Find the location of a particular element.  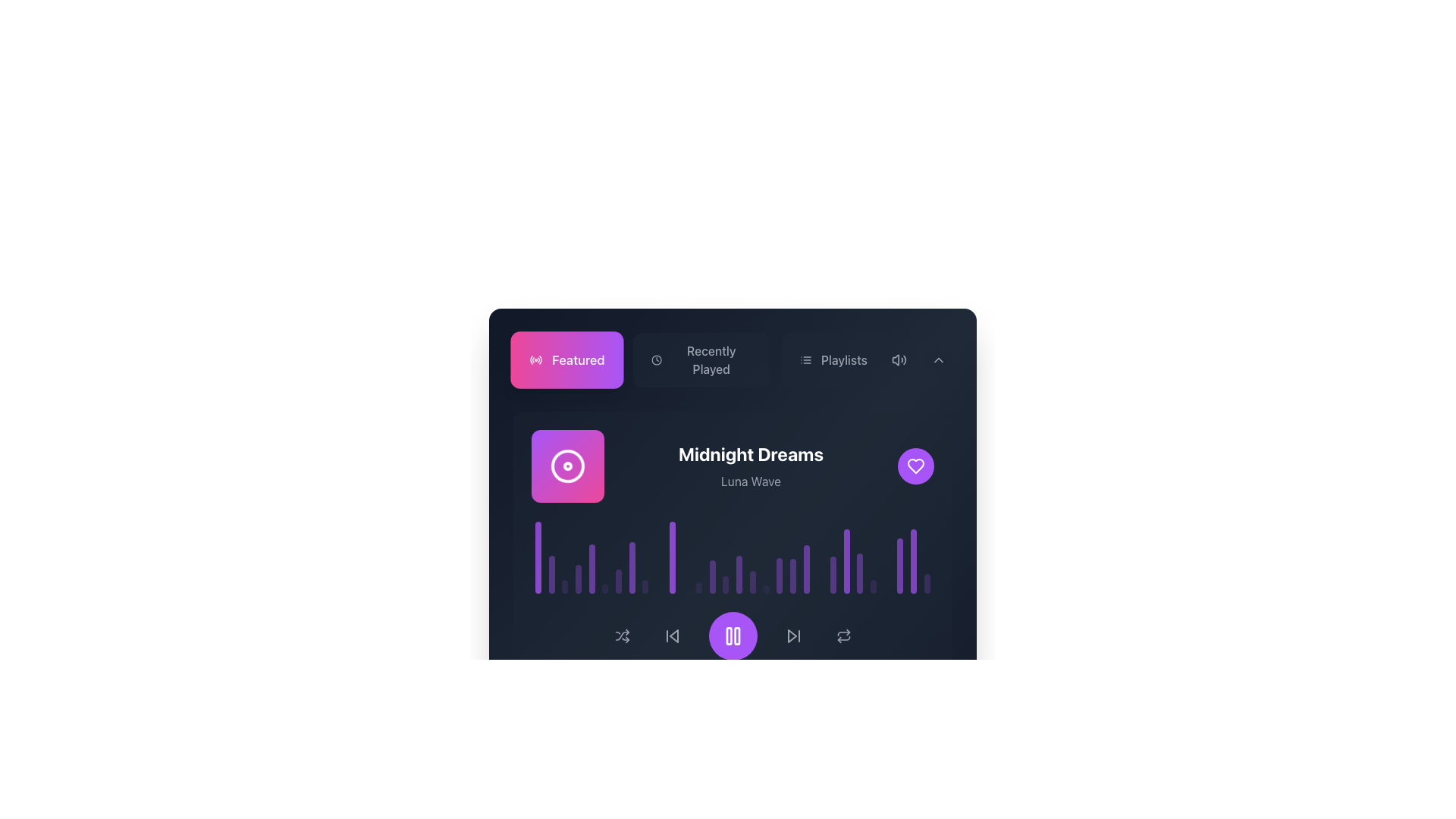

the skip-forward button, which is a triangular play symbol pointing right with a vertical line on its right side is located at coordinates (792, 636).